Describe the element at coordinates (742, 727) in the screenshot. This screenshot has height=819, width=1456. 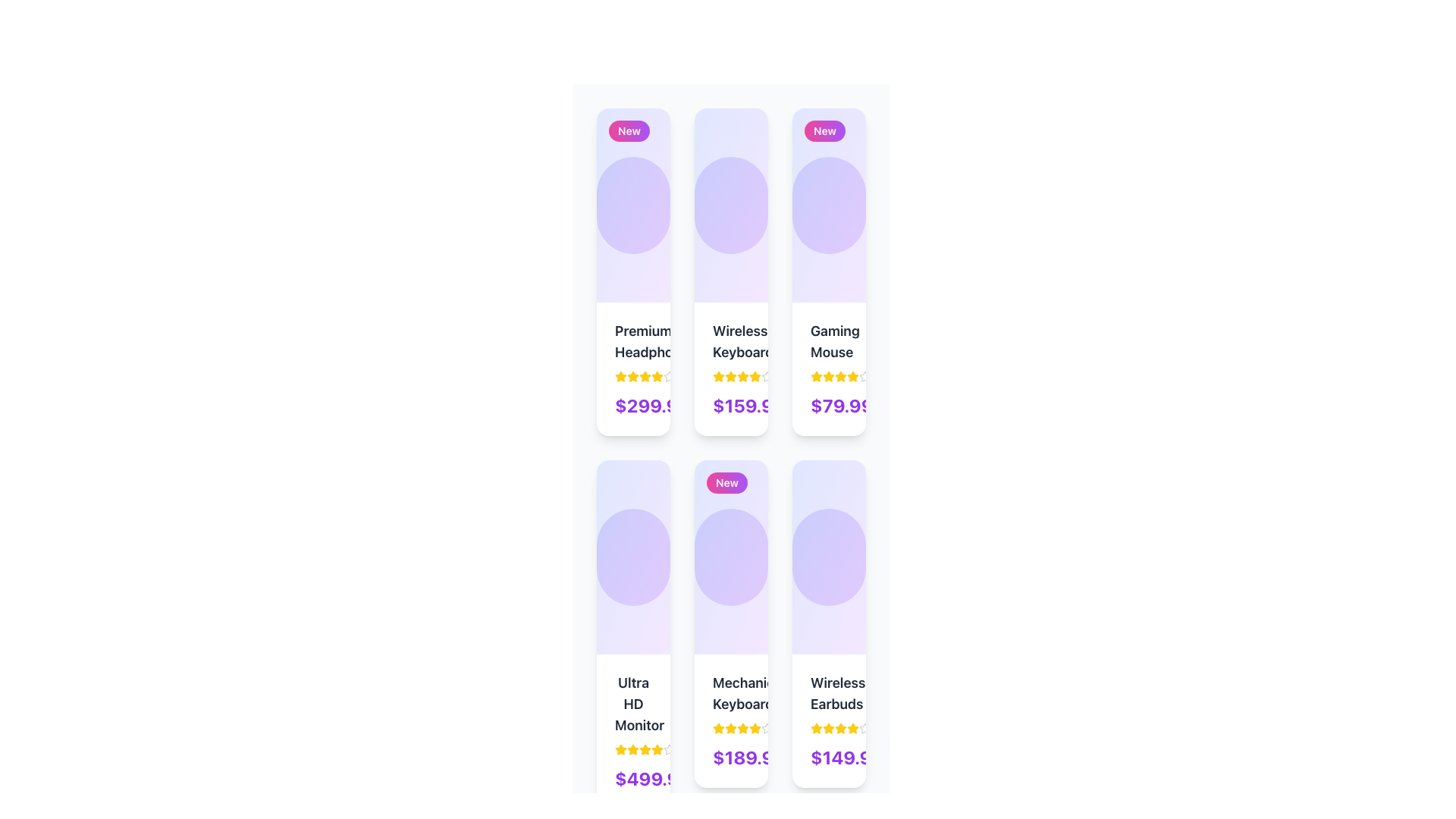
I see `the fourth star rating icon under the 'Mechanical Keyboard' product card, which visually indicates a rating level in the user-feedback system` at that location.